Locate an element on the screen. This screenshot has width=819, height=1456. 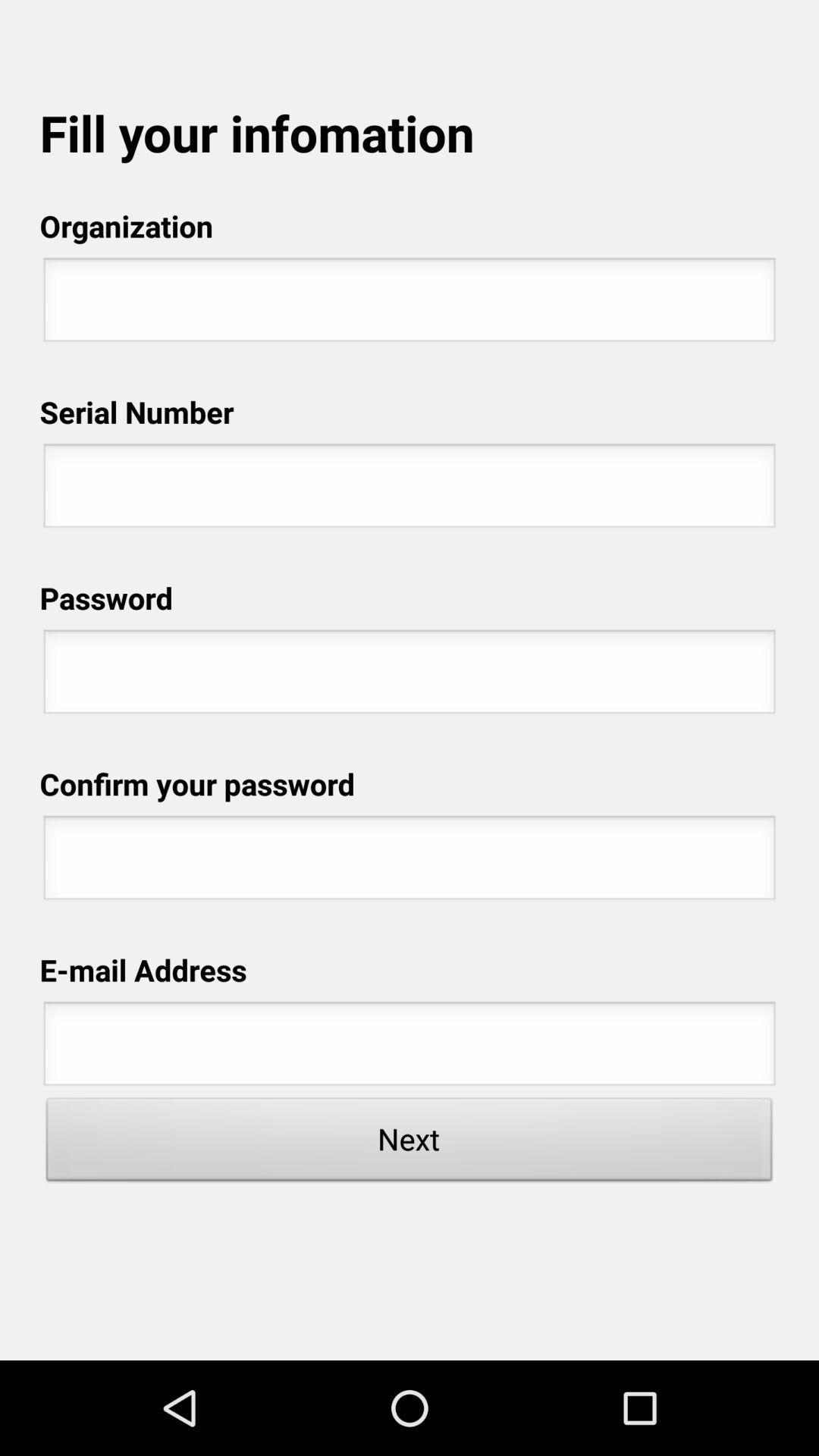
type organization name is located at coordinates (409, 303).